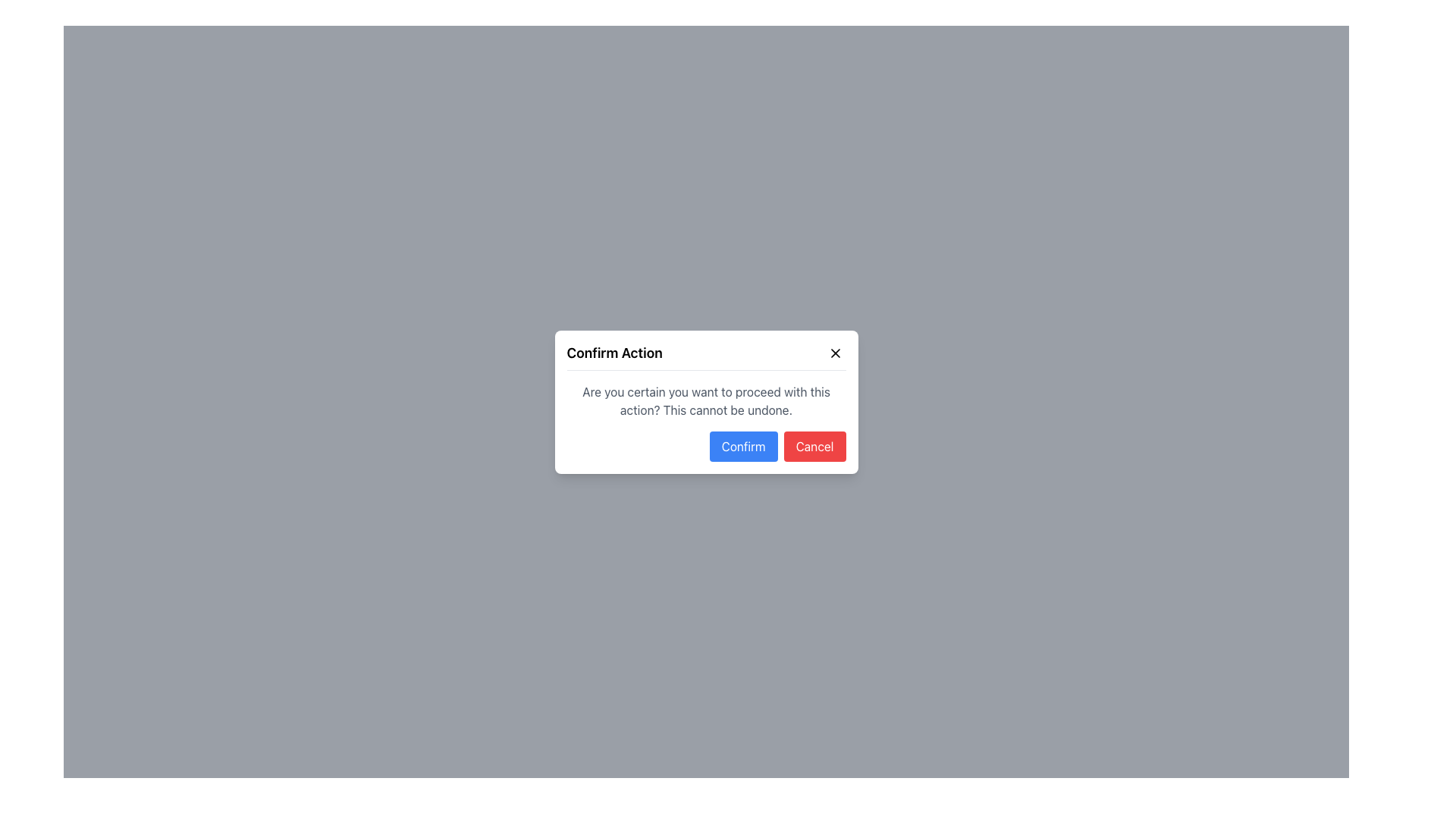 The height and width of the screenshot is (819, 1456). What do you see at coordinates (834, 353) in the screenshot?
I see `the close button (cross-shaped icon) located in the top right corner of the modal dialog box` at bounding box center [834, 353].